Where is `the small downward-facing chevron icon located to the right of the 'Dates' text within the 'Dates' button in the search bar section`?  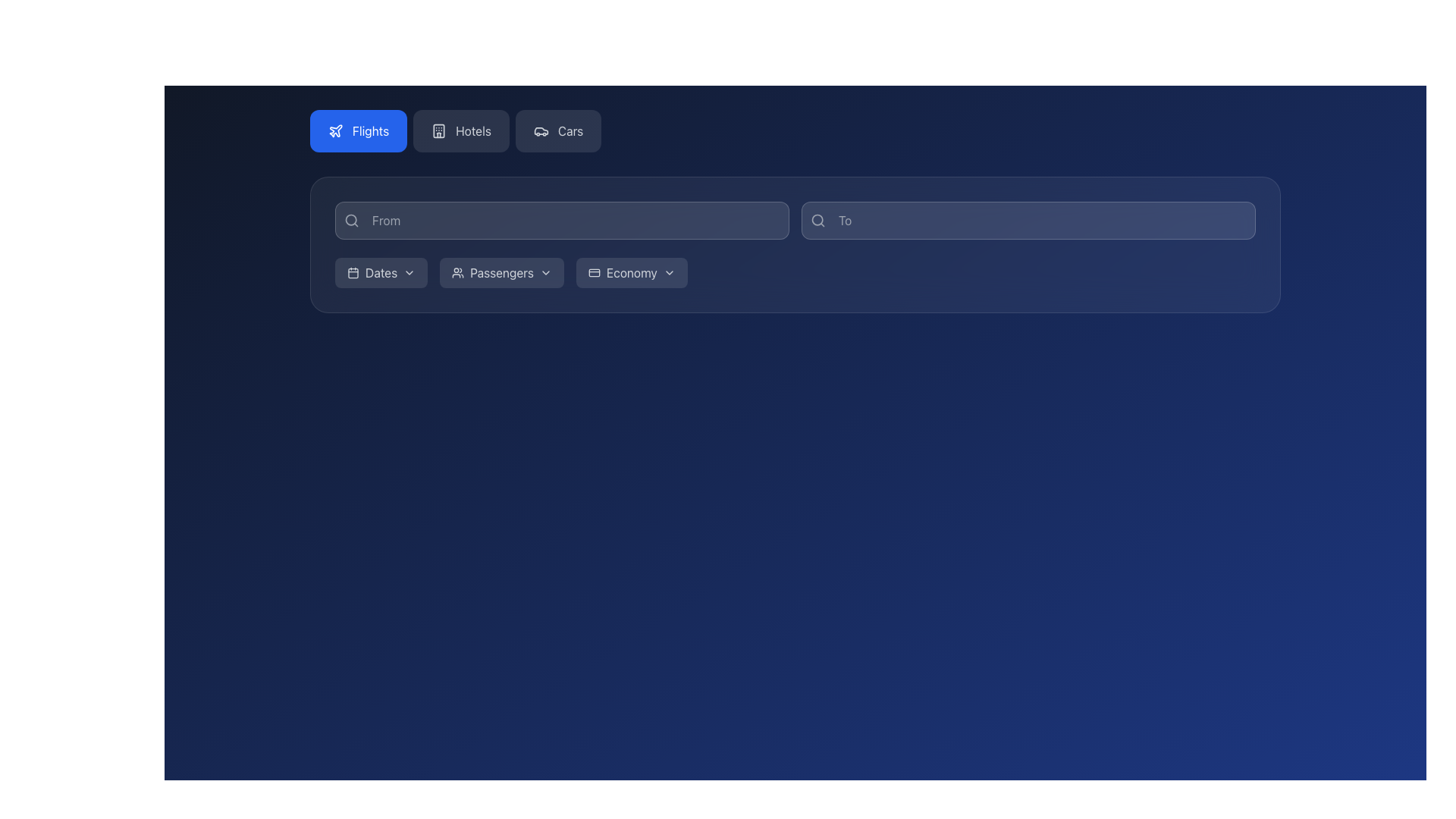
the small downward-facing chevron icon located to the right of the 'Dates' text within the 'Dates' button in the search bar section is located at coordinates (409, 271).